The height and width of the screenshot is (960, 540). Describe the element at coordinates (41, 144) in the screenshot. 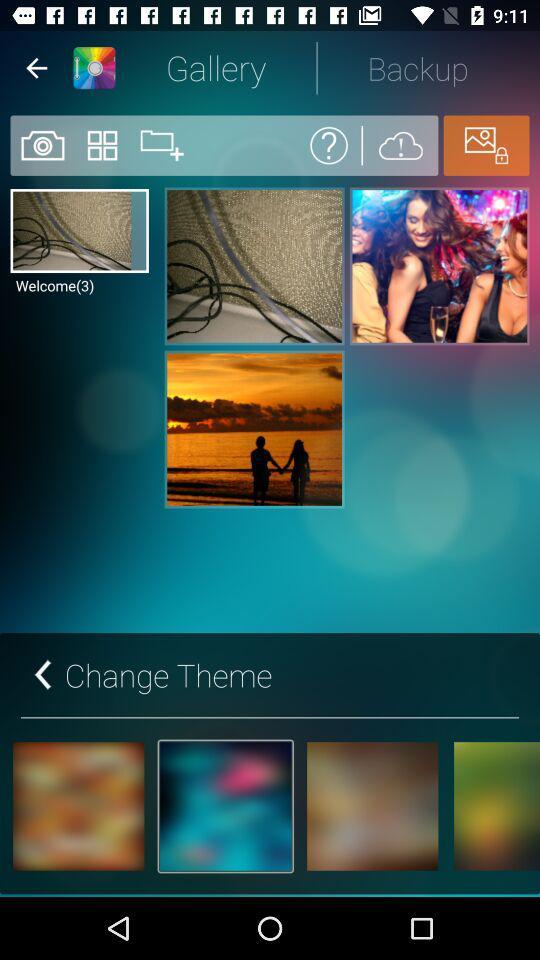

I see `the photo icon` at that location.